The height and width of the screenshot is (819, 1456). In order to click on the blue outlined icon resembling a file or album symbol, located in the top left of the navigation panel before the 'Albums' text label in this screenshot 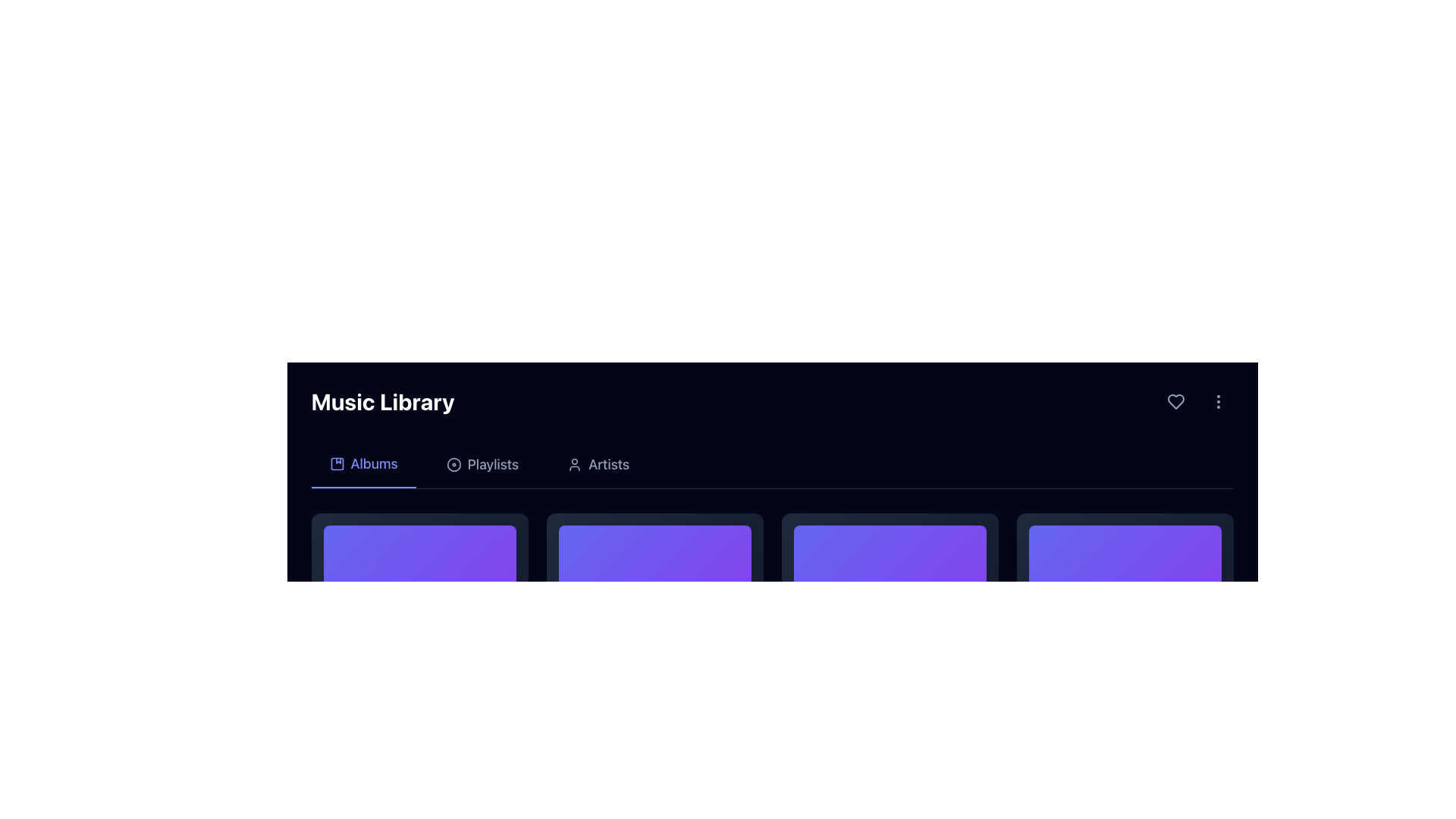, I will do `click(336, 463)`.